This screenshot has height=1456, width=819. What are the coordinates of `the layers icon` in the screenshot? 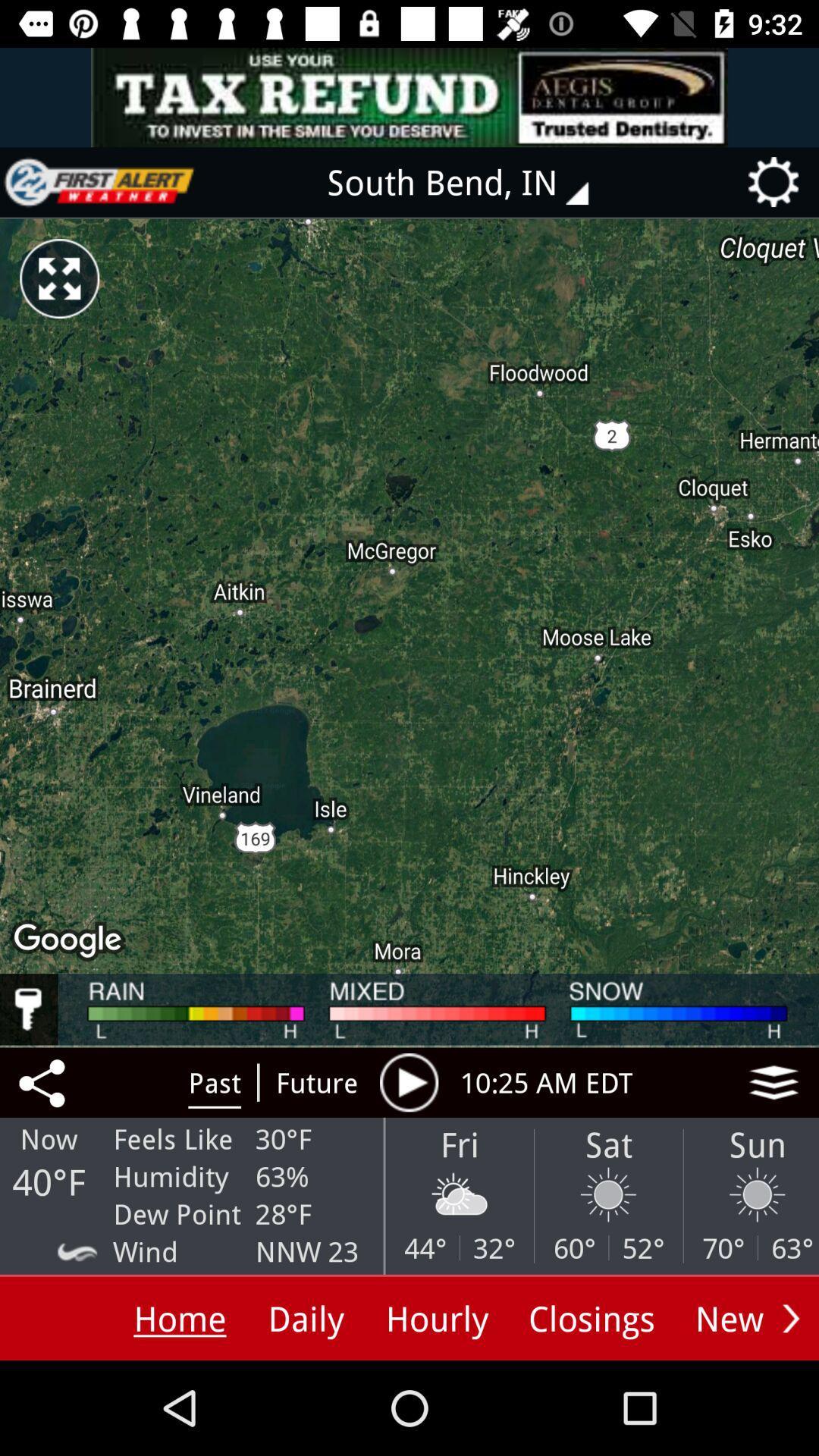 It's located at (773, 1081).